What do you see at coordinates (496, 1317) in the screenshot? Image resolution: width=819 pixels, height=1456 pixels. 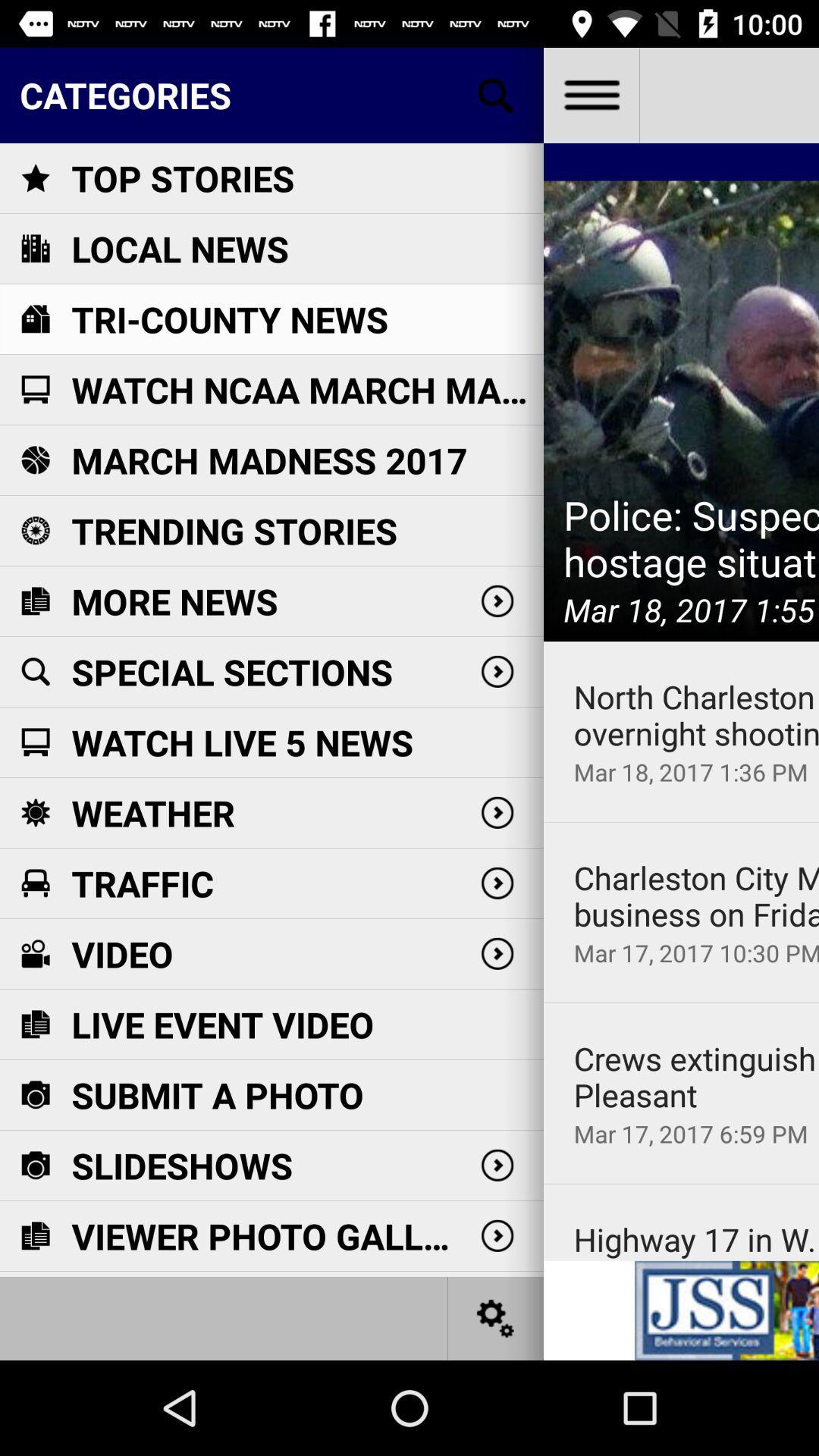 I see `settings` at bounding box center [496, 1317].